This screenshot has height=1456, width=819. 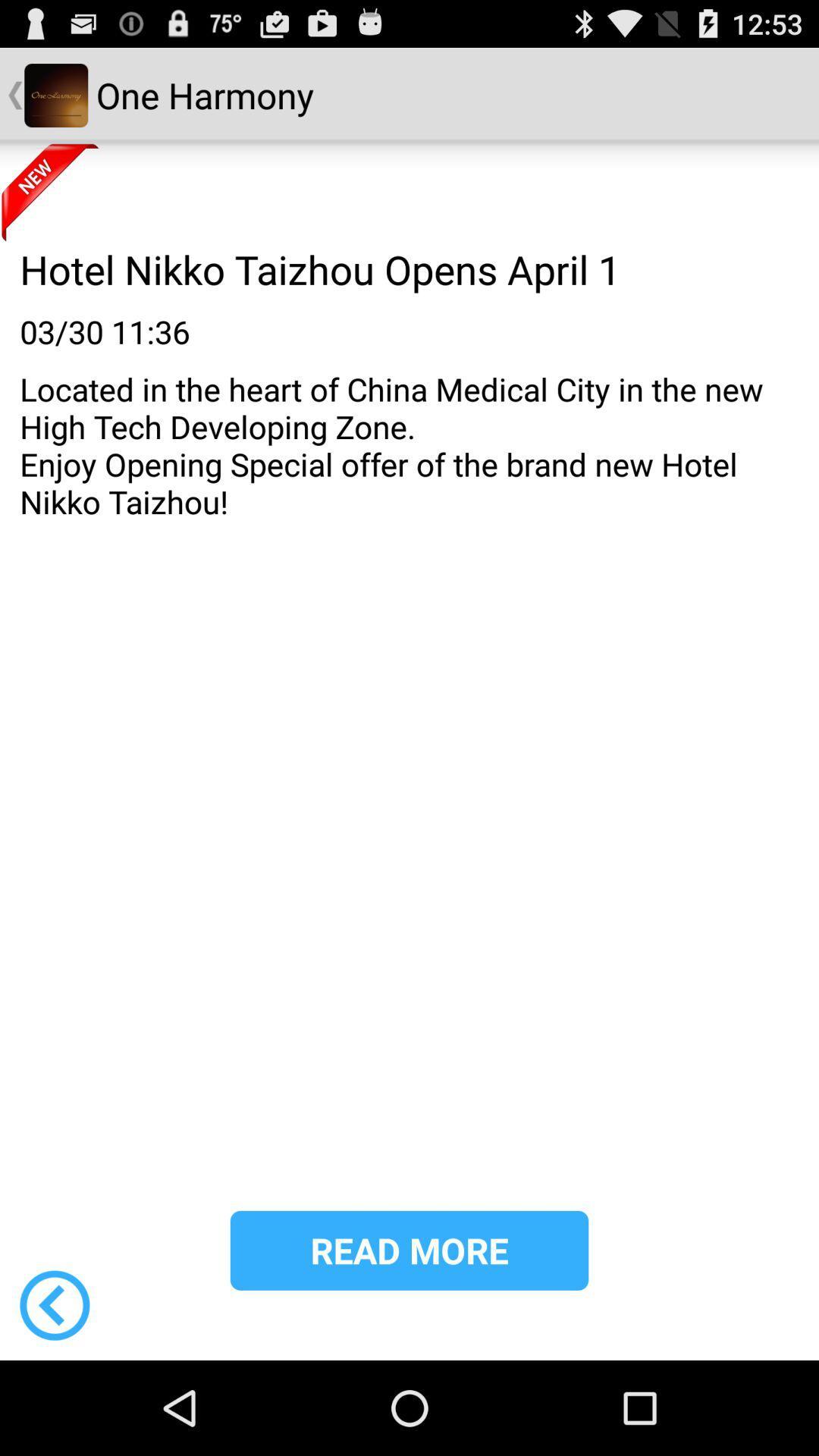 What do you see at coordinates (54, 1304) in the screenshot?
I see `icon to the left of read more` at bounding box center [54, 1304].